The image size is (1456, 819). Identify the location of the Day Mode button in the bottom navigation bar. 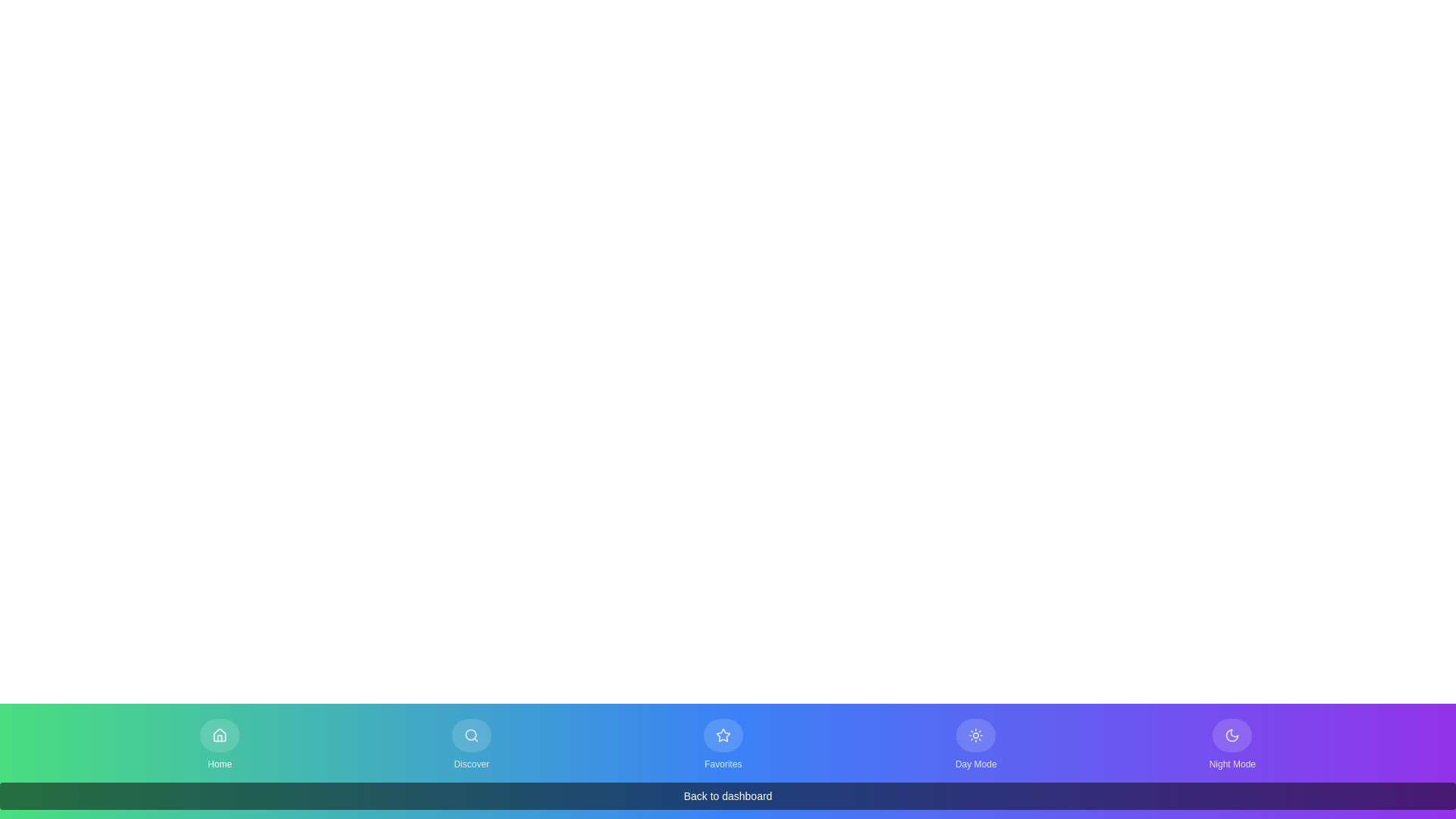
(976, 744).